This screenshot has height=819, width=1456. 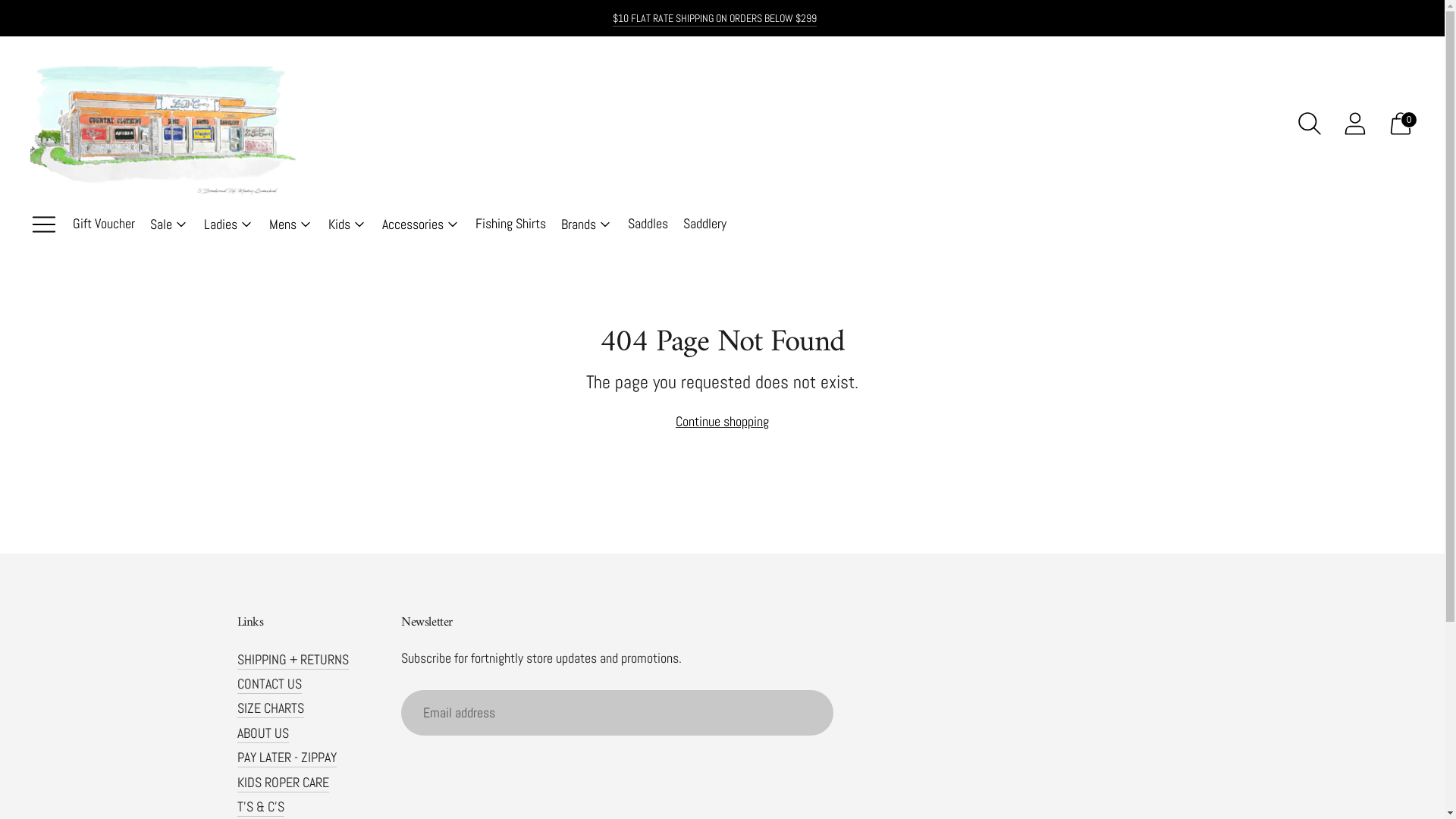 What do you see at coordinates (228, 224) in the screenshot?
I see `'Ladies'` at bounding box center [228, 224].